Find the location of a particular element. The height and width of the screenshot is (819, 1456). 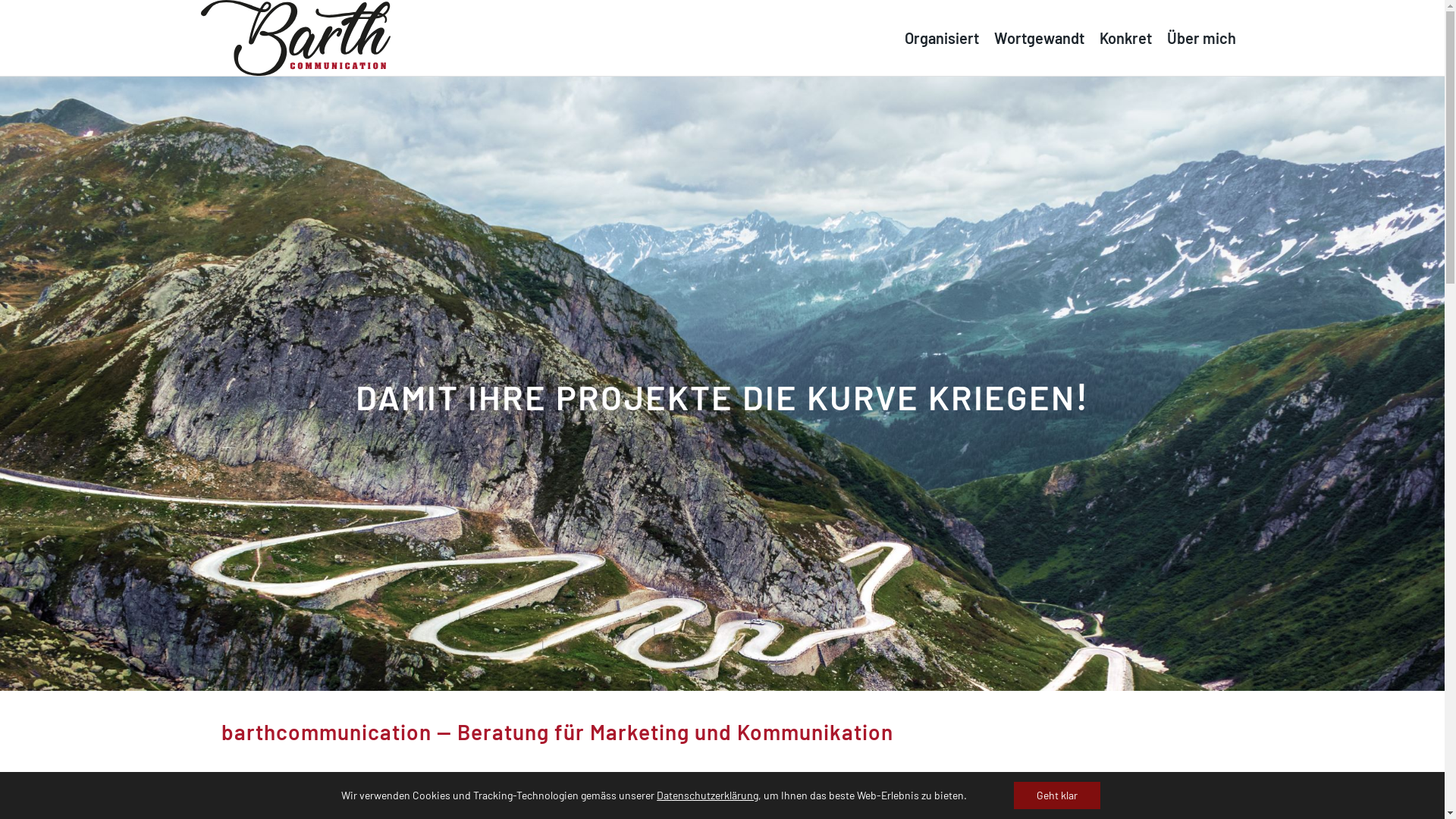

'Geht klar' is located at coordinates (1056, 795).